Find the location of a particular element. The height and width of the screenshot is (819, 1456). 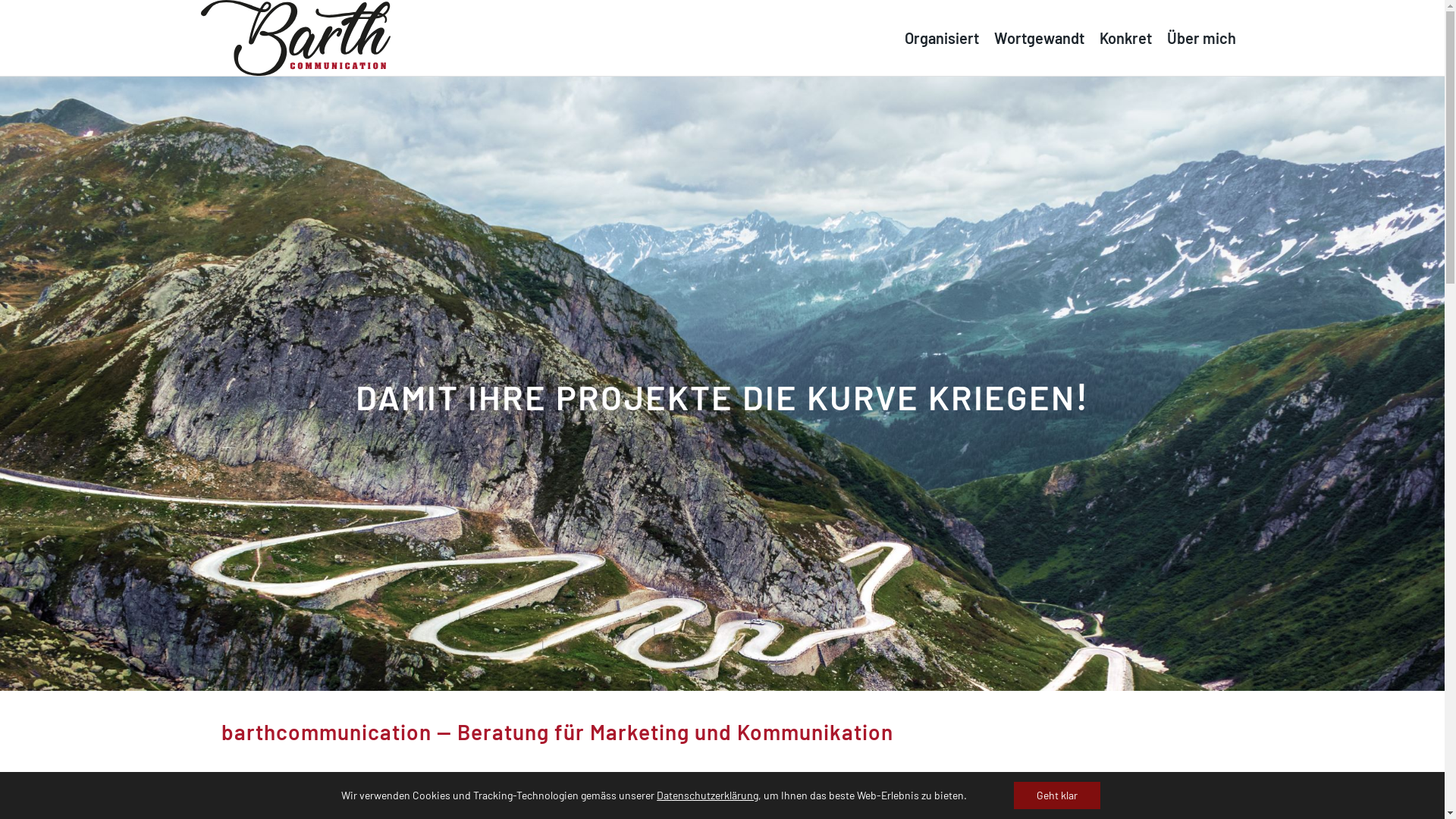

'Geht klar' is located at coordinates (1056, 795).